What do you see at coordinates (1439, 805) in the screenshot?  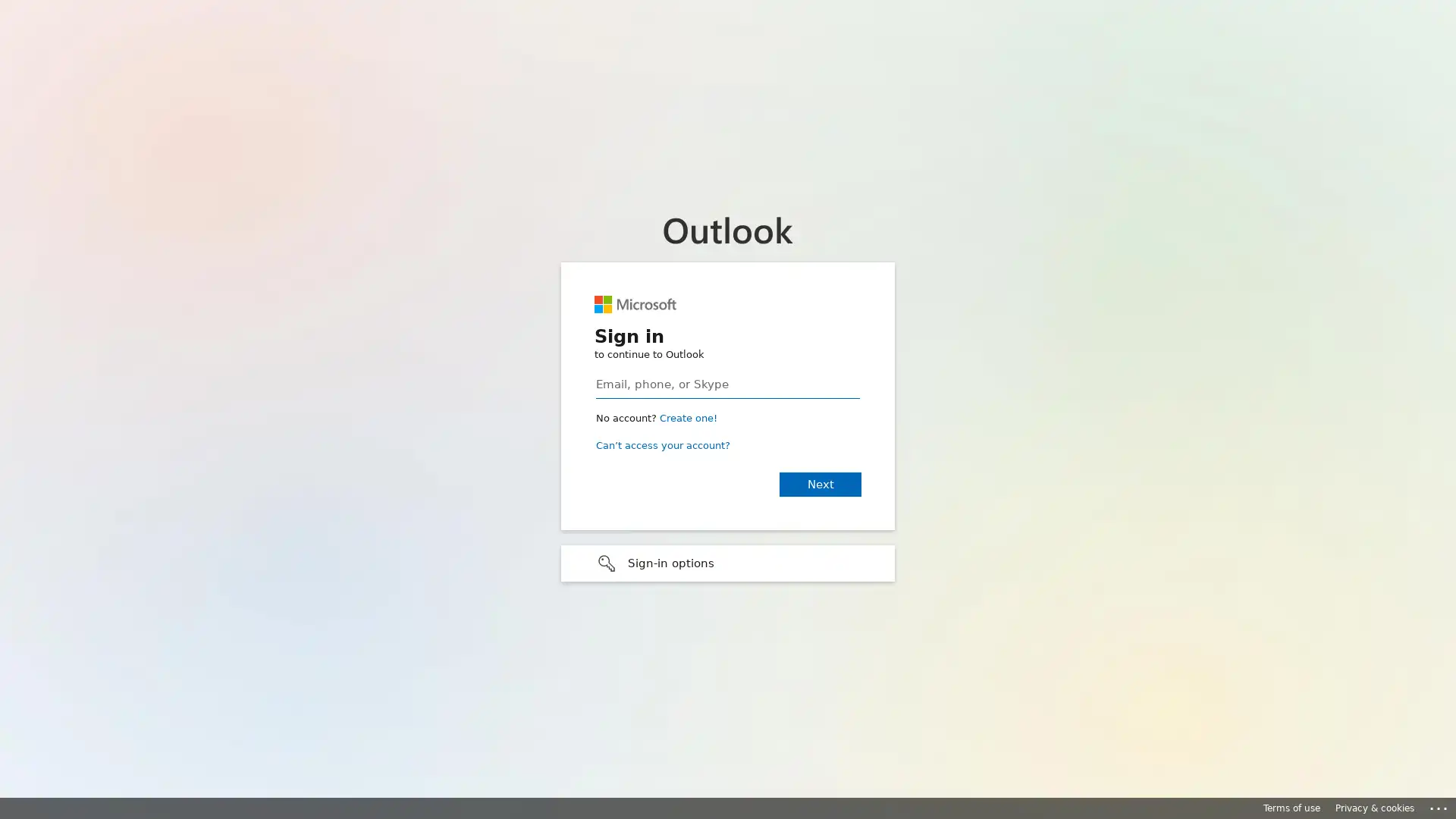 I see `Click here for troubleshooting information` at bounding box center [1439, 805].